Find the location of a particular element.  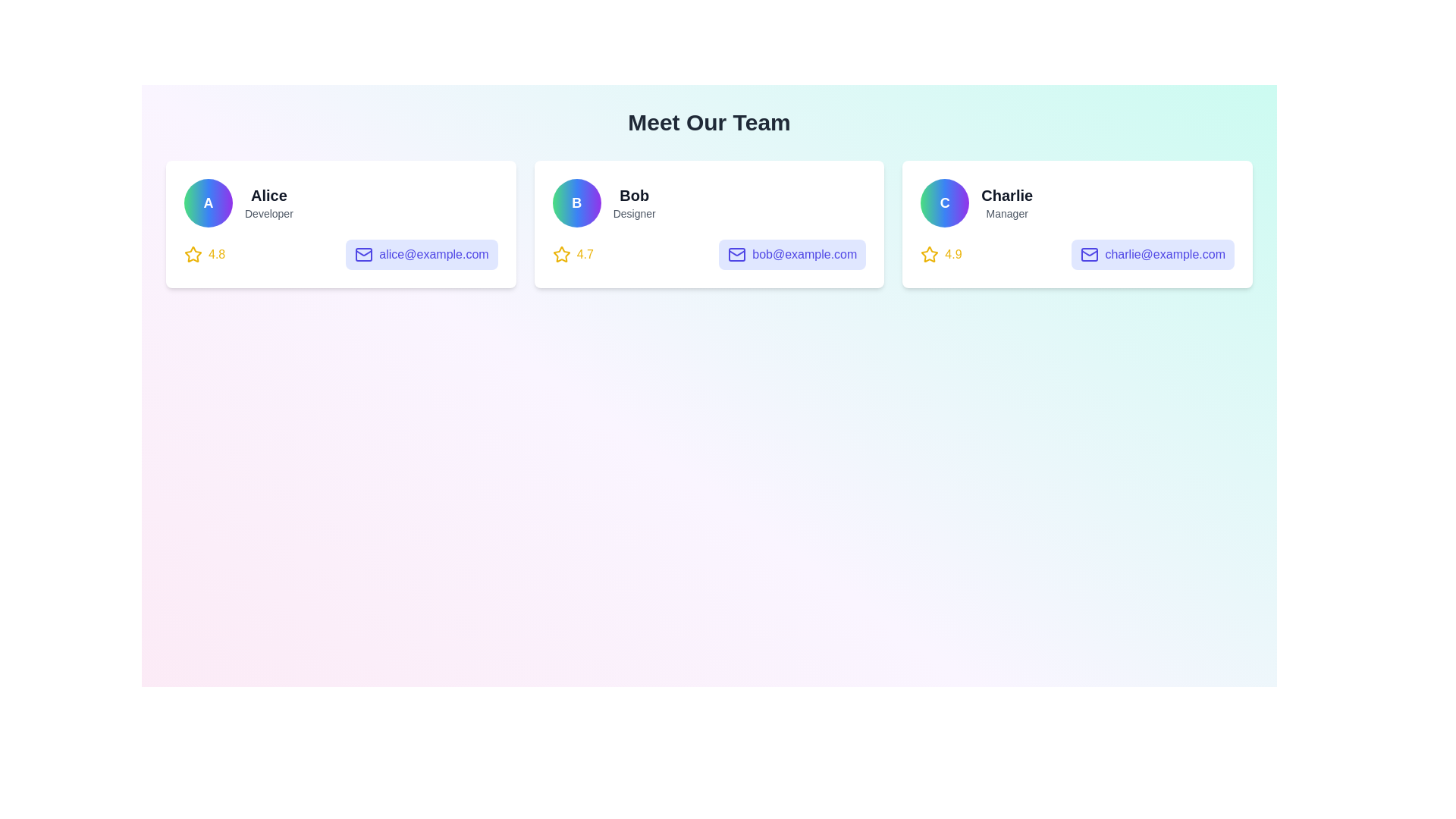

the decorative icon or rating indicator located in the second card for 'Bob', near the bottom-left corner, just above the email address button and adjacent to the numerical rating value of '4.7' is located at coordinates (560, 253).